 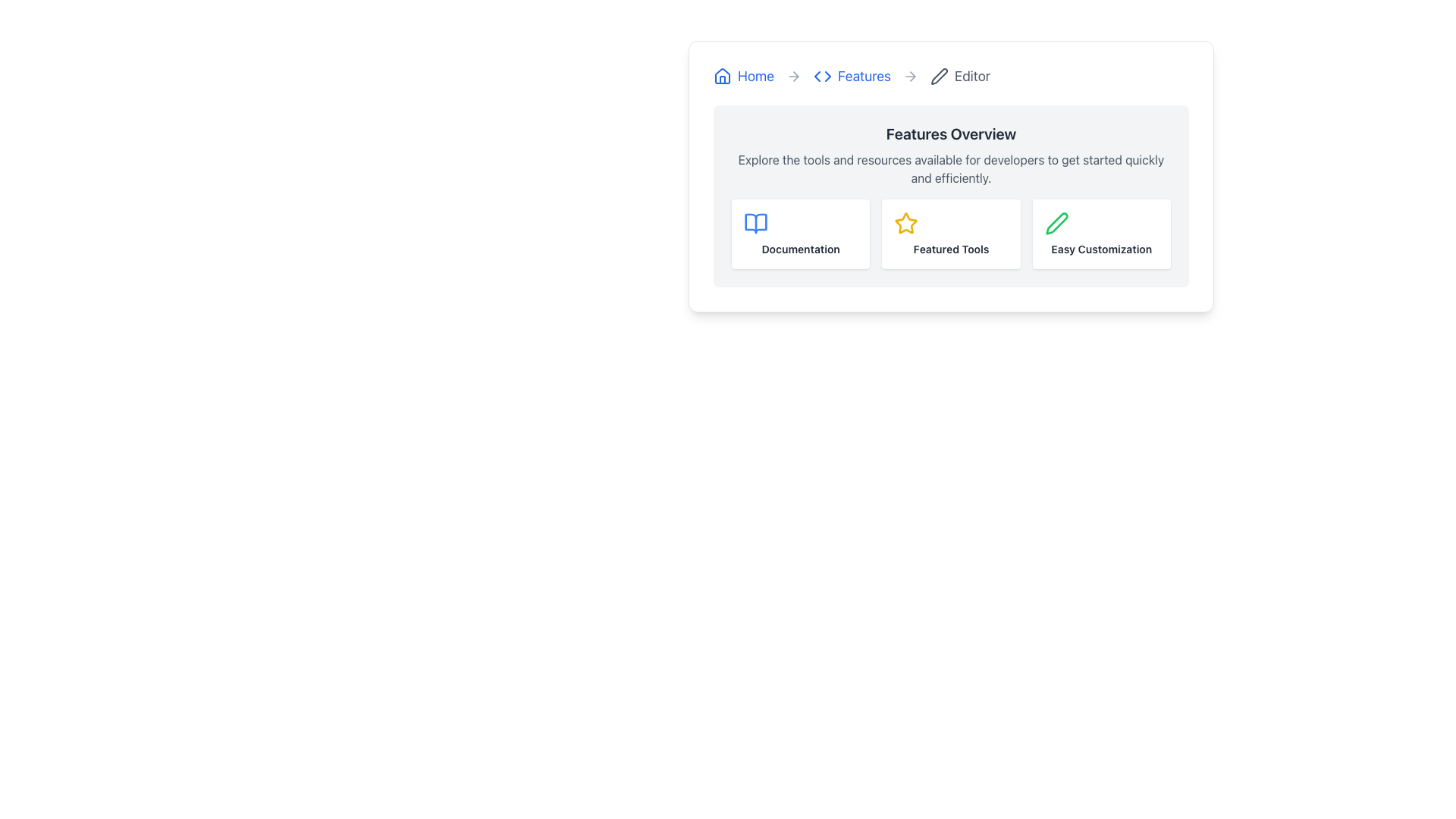 I want to click on the hyperlink with an icon and text label, so click(x=852, y=76).